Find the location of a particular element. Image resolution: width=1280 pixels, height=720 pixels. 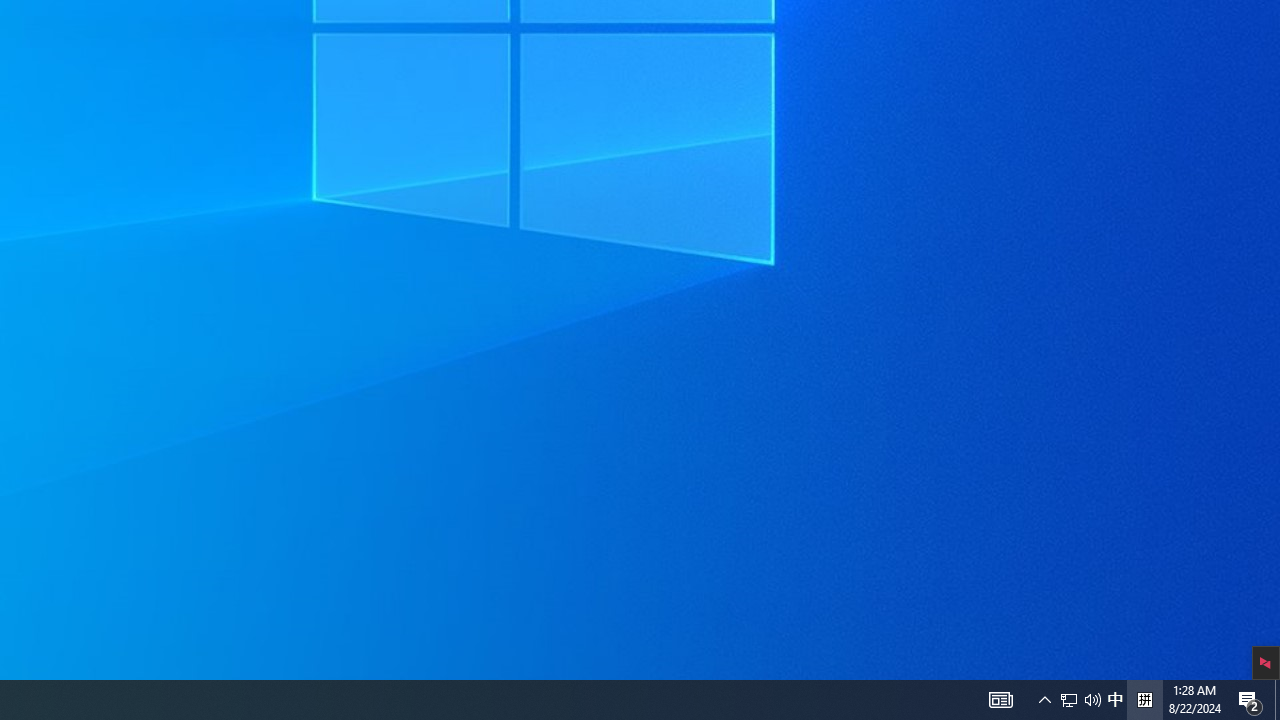

'Q2790: 100%' is located at coordinates (1092, 698).